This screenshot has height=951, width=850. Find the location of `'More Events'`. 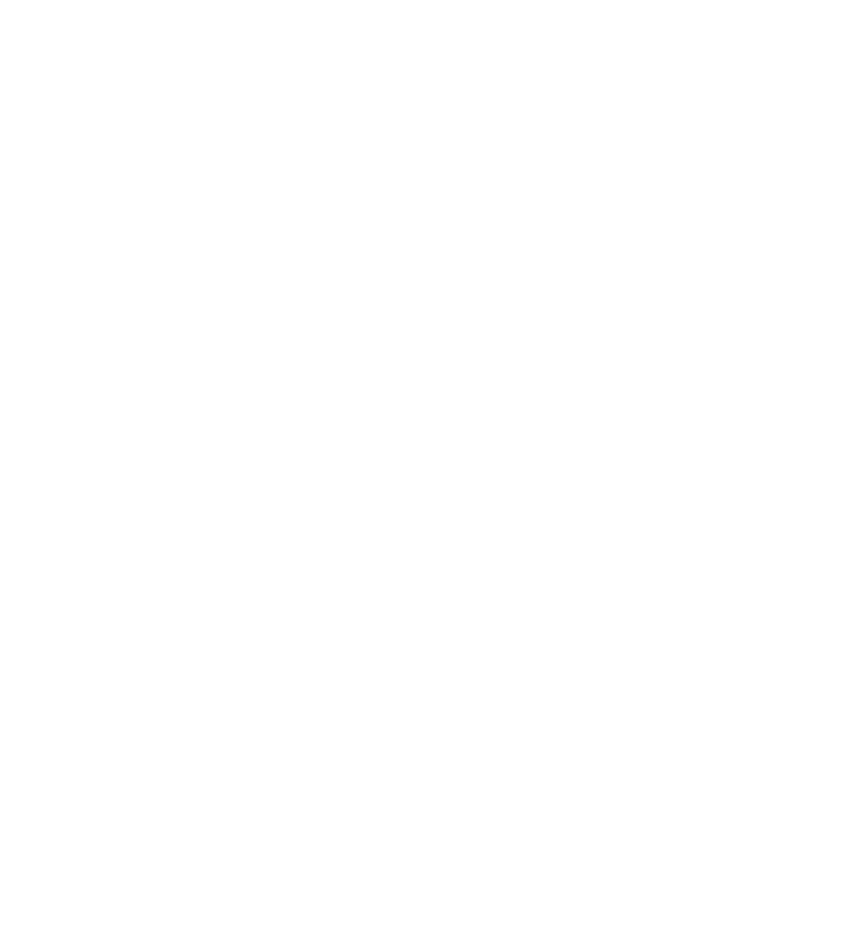

'More Events' is located at coordinates (118, 806).